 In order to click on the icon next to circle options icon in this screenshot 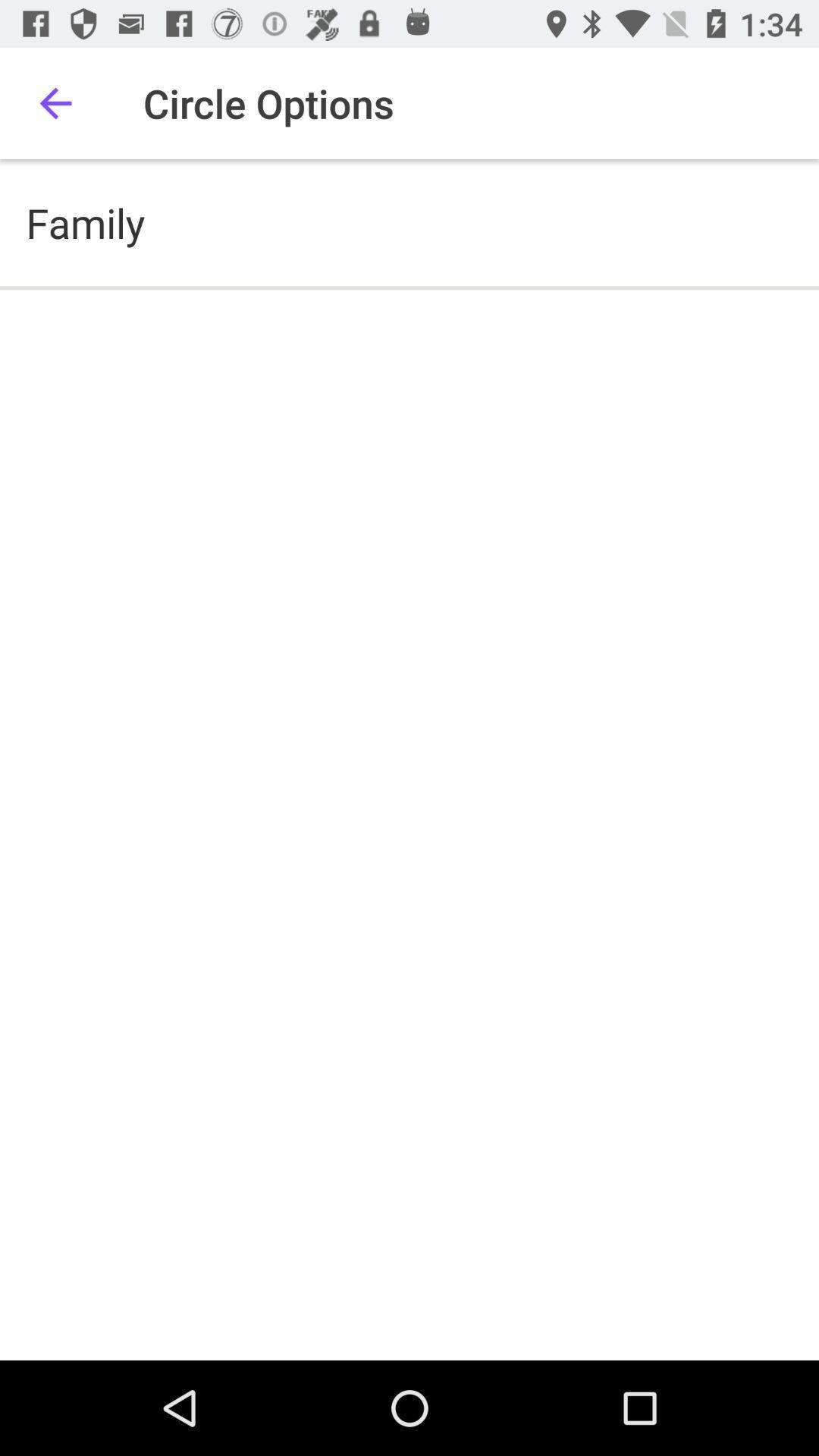, I will do `click(55, 102)`.